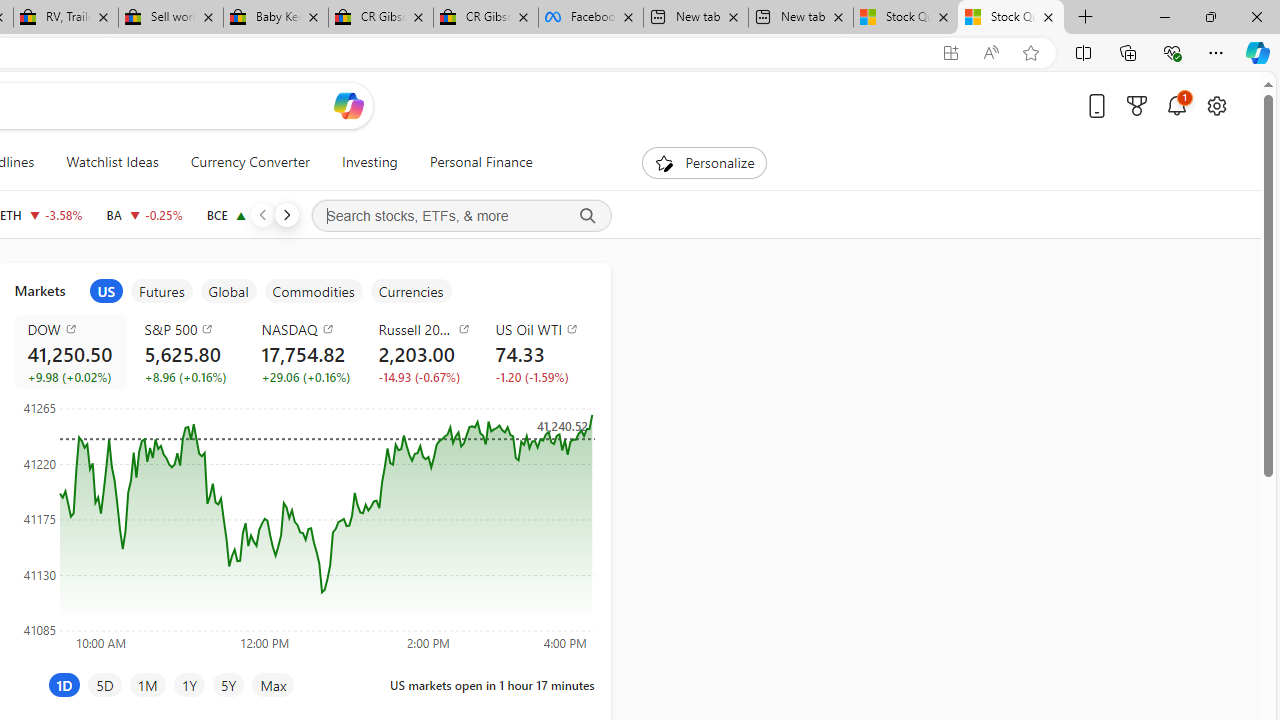 The height and width of the screenshot is (720, 1280). Describe the element at coordinates (589, 17) in the screenshot. I see `'Facebook'` at that location.